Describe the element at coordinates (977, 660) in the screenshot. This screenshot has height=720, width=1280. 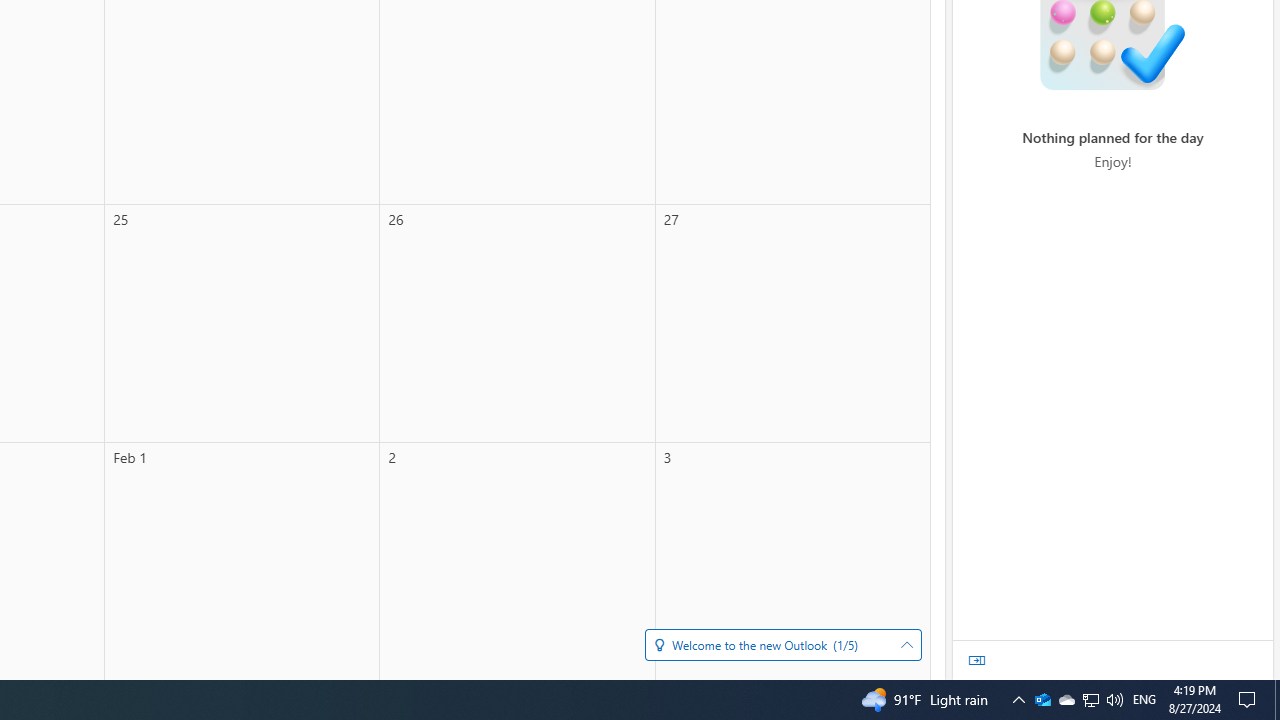
I see `'Toggle agenda pane'` at that location.